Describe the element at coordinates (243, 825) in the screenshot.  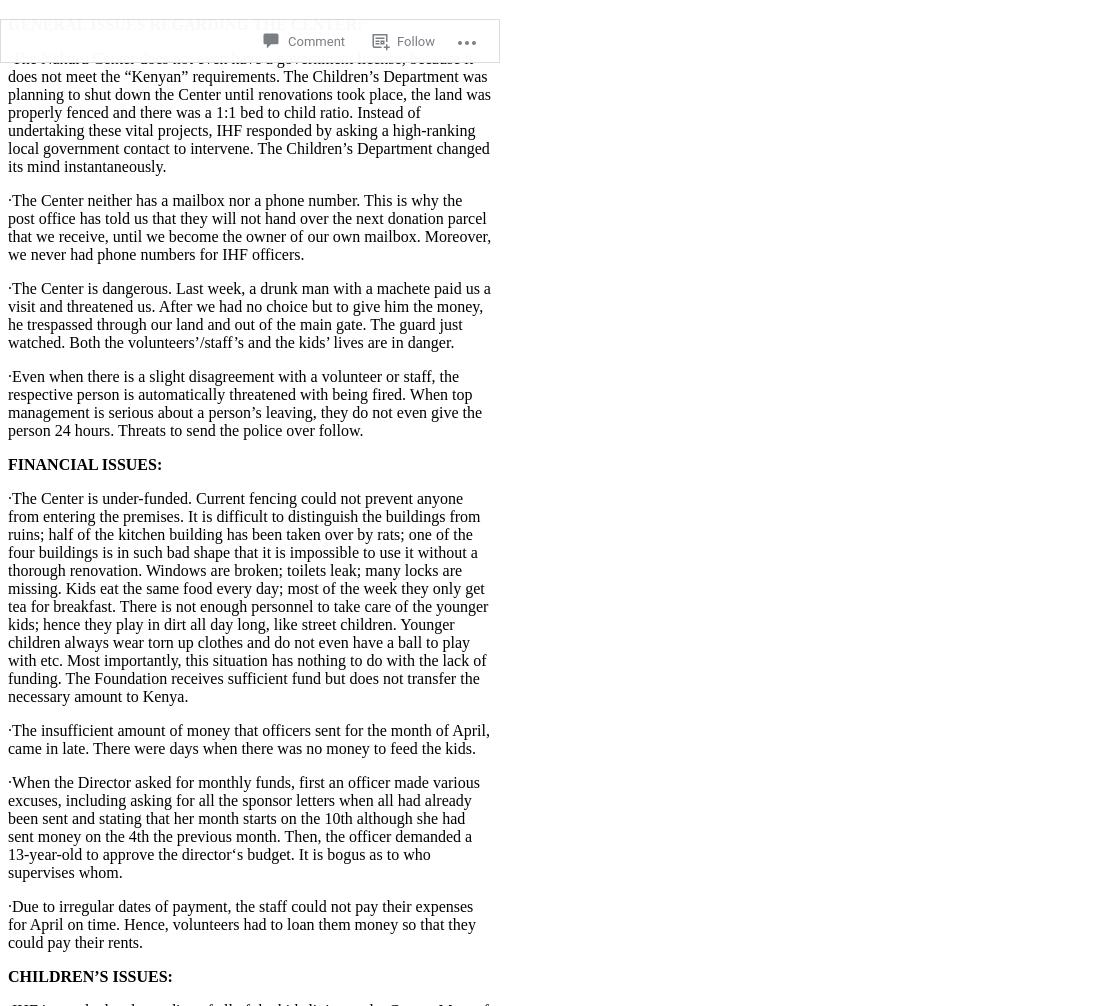
I see `'·When the Director asked for monthly funds, first an officer made various excuses, including asking for all the sponsor letters when all had already been sent and stating that her month starts on the 10th although she had sent money on the 4th the previous month. Then, the officer demanded a 13-year-old to approve the director‘s budget. It is bogus as to who supervises whom.'` at that location.